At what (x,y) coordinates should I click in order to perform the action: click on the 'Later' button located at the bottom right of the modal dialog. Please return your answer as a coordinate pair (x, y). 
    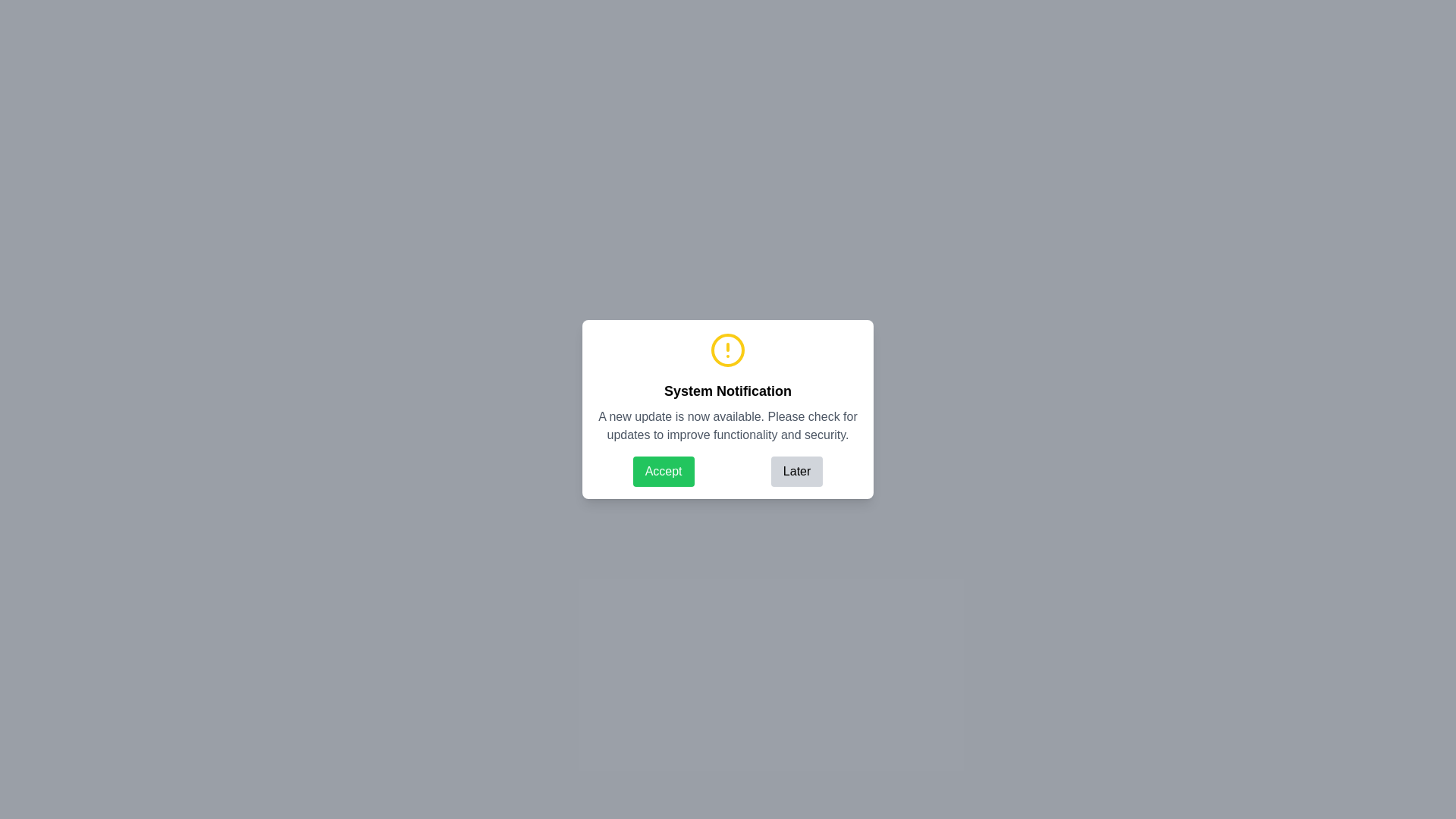
    Looking at the image, I should click on (796, 470).